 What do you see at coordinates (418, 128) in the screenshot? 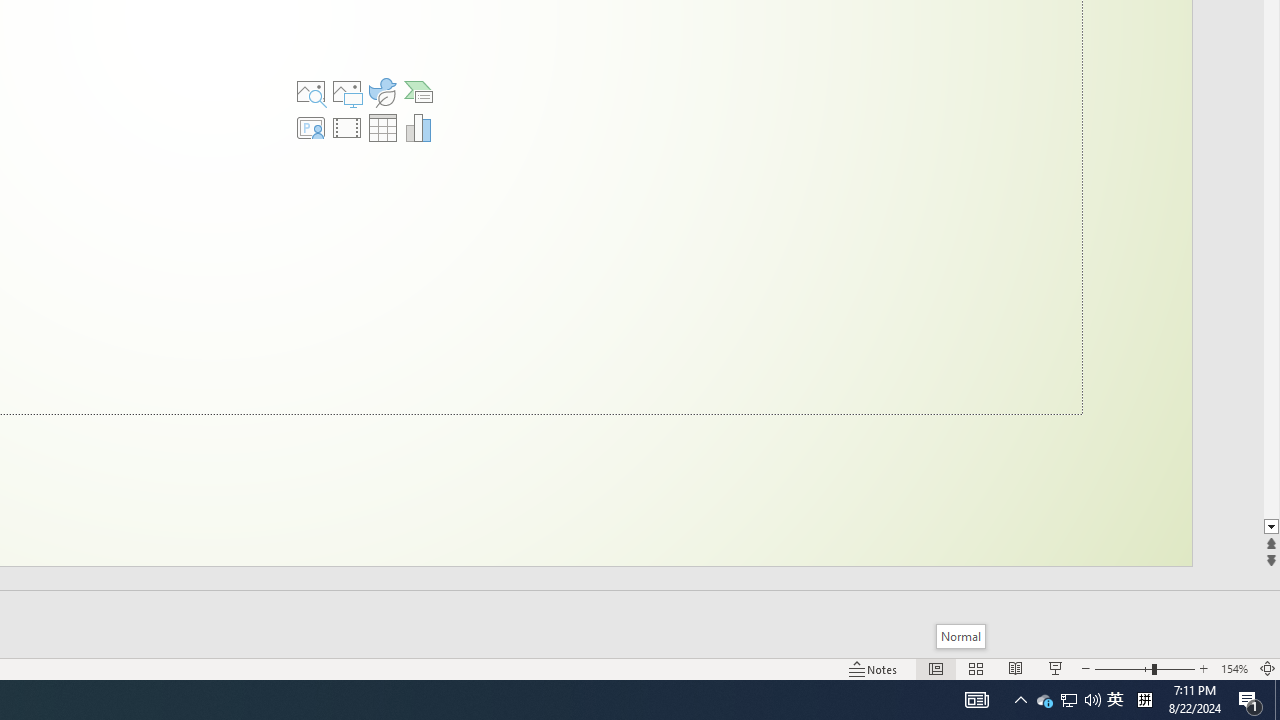
I see `'Insert Chart'` at bounding box center [418, 128].